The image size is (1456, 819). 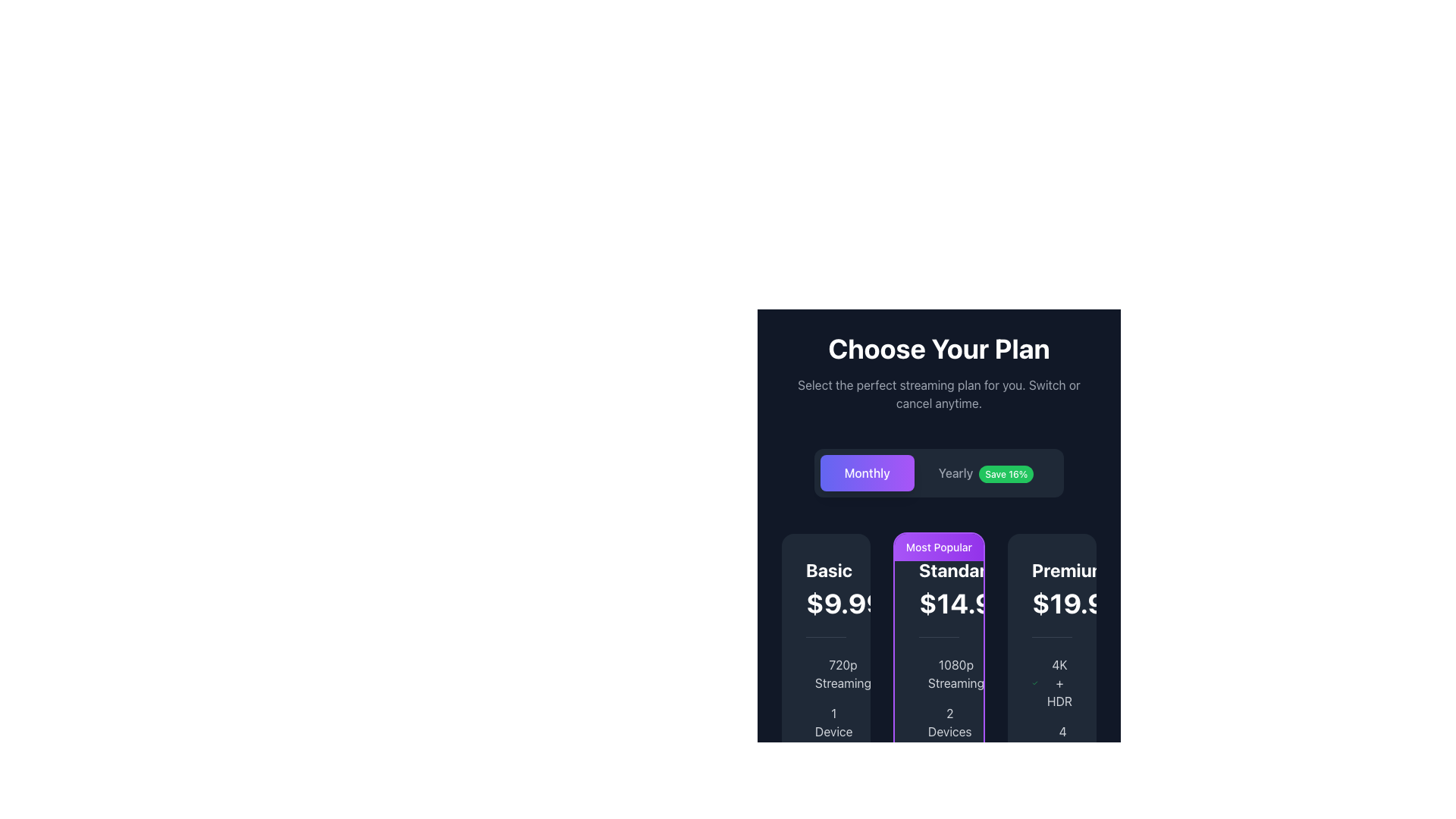 What do you see at coordinates (938, 394) in the screenshot?
I see `the explanatory text about the flexibility of the plan selection process, located directly below the heading 'Choose Your Plan'` at bounding box center [938, 394].